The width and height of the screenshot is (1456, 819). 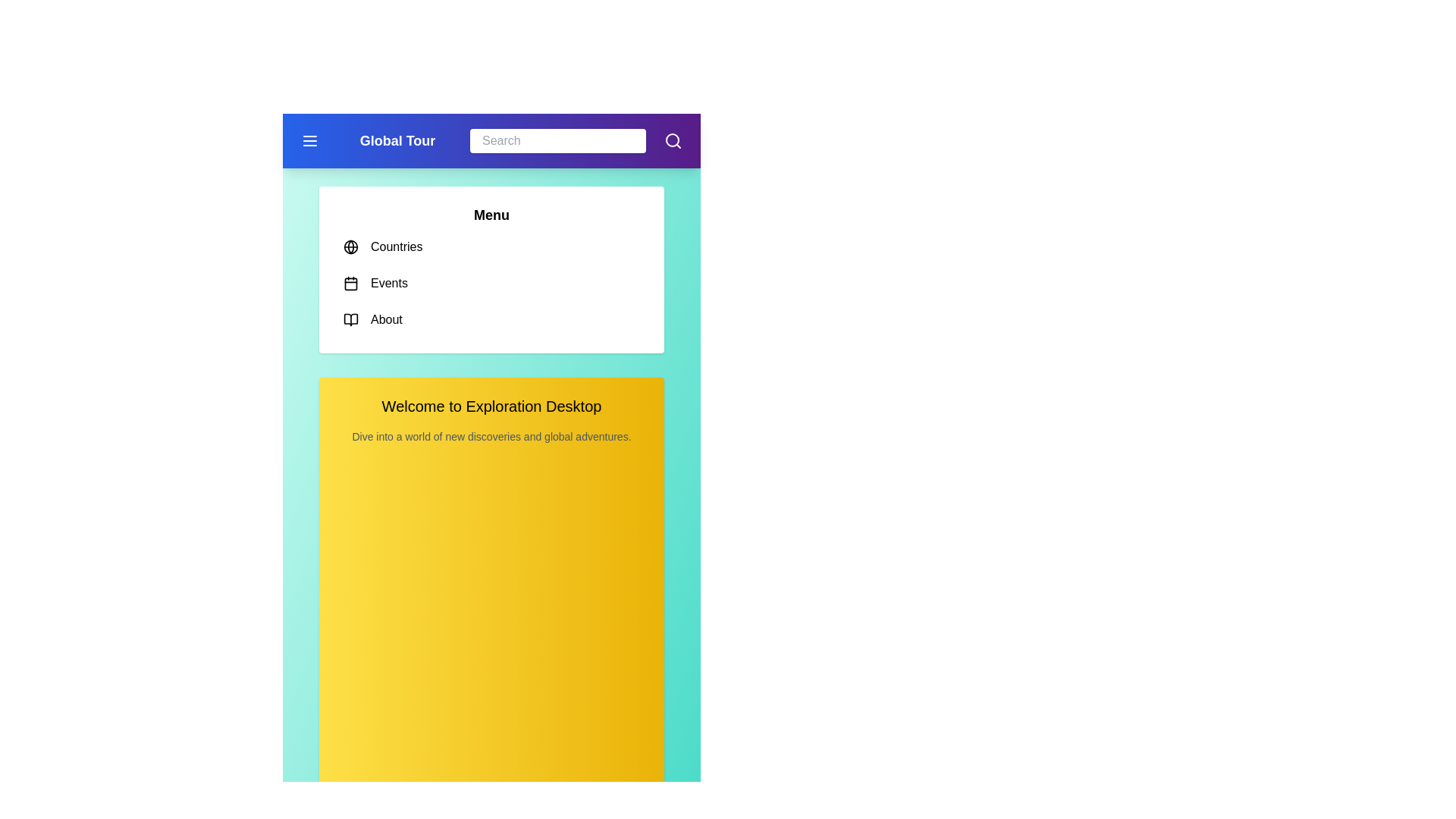 I want to click on the menu item About from the menu, so click(x=491, y=318).